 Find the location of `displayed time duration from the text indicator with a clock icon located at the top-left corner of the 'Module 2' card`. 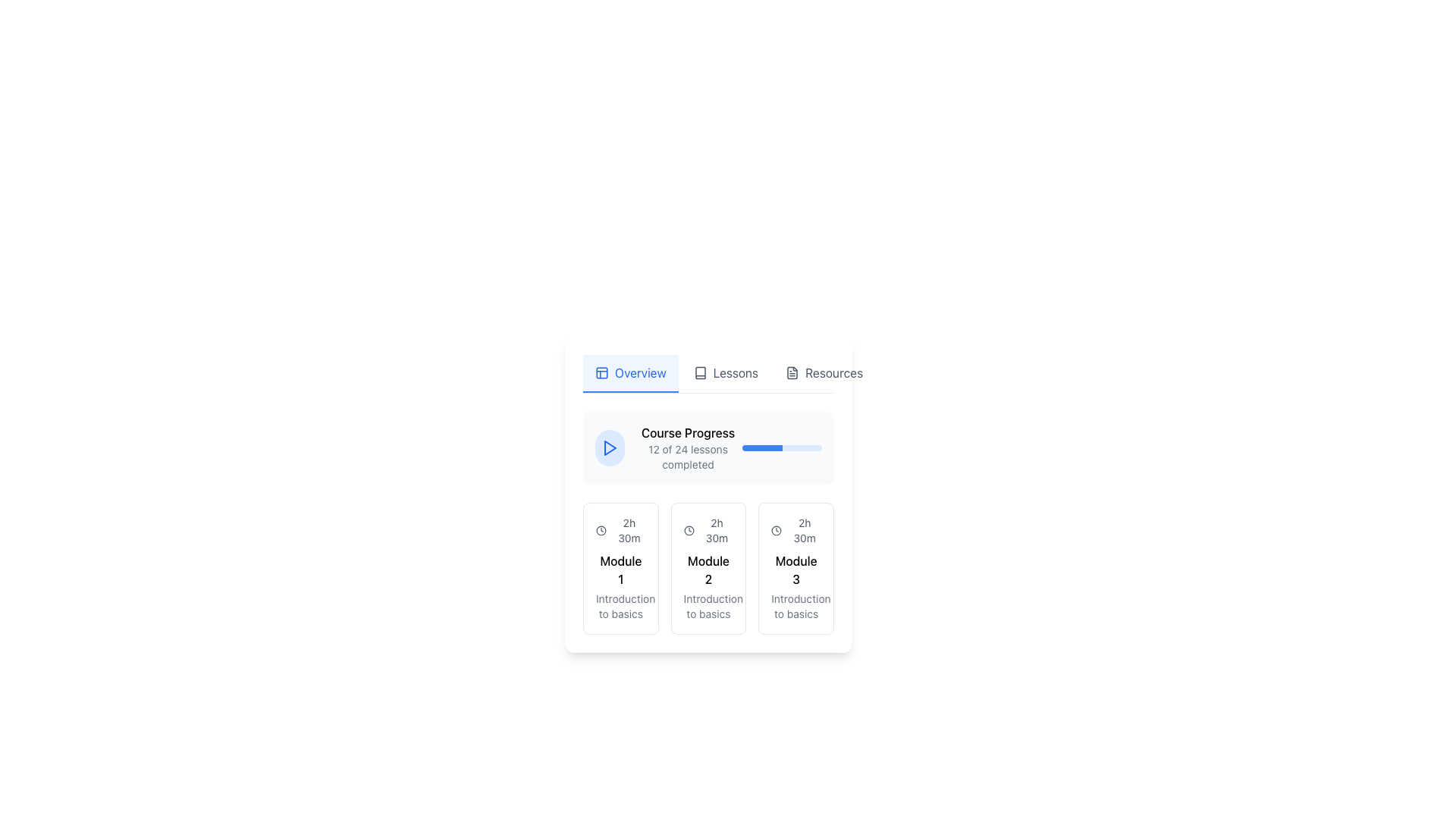

displayed time duration from the text indicator with a clock icon located at the top-left corner of the 'Module 2' card is located at coordinates (708, 529).